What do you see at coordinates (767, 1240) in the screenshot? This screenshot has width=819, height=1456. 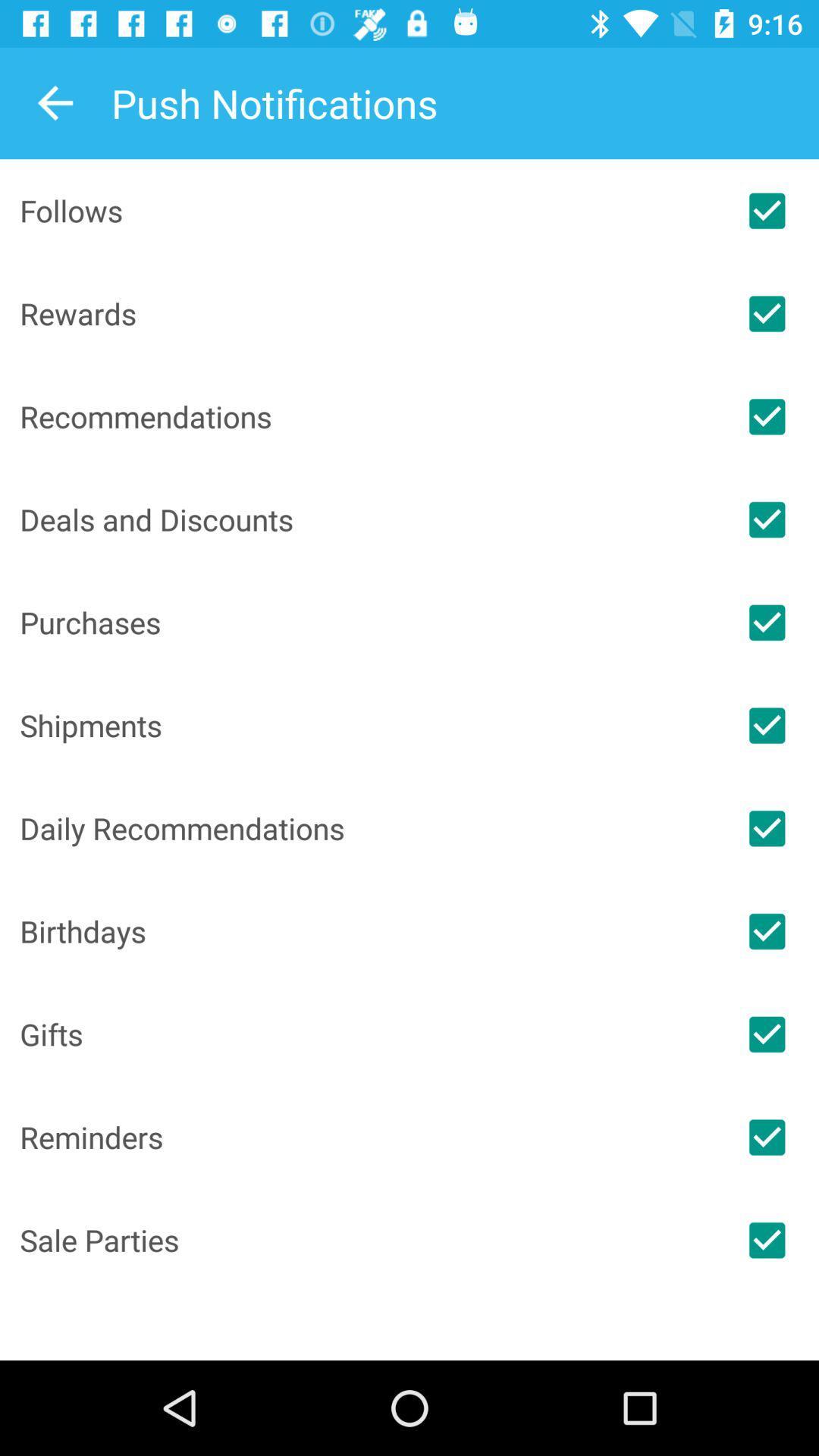 I see `enable sale parties option` at bounding box center [767, 1240].